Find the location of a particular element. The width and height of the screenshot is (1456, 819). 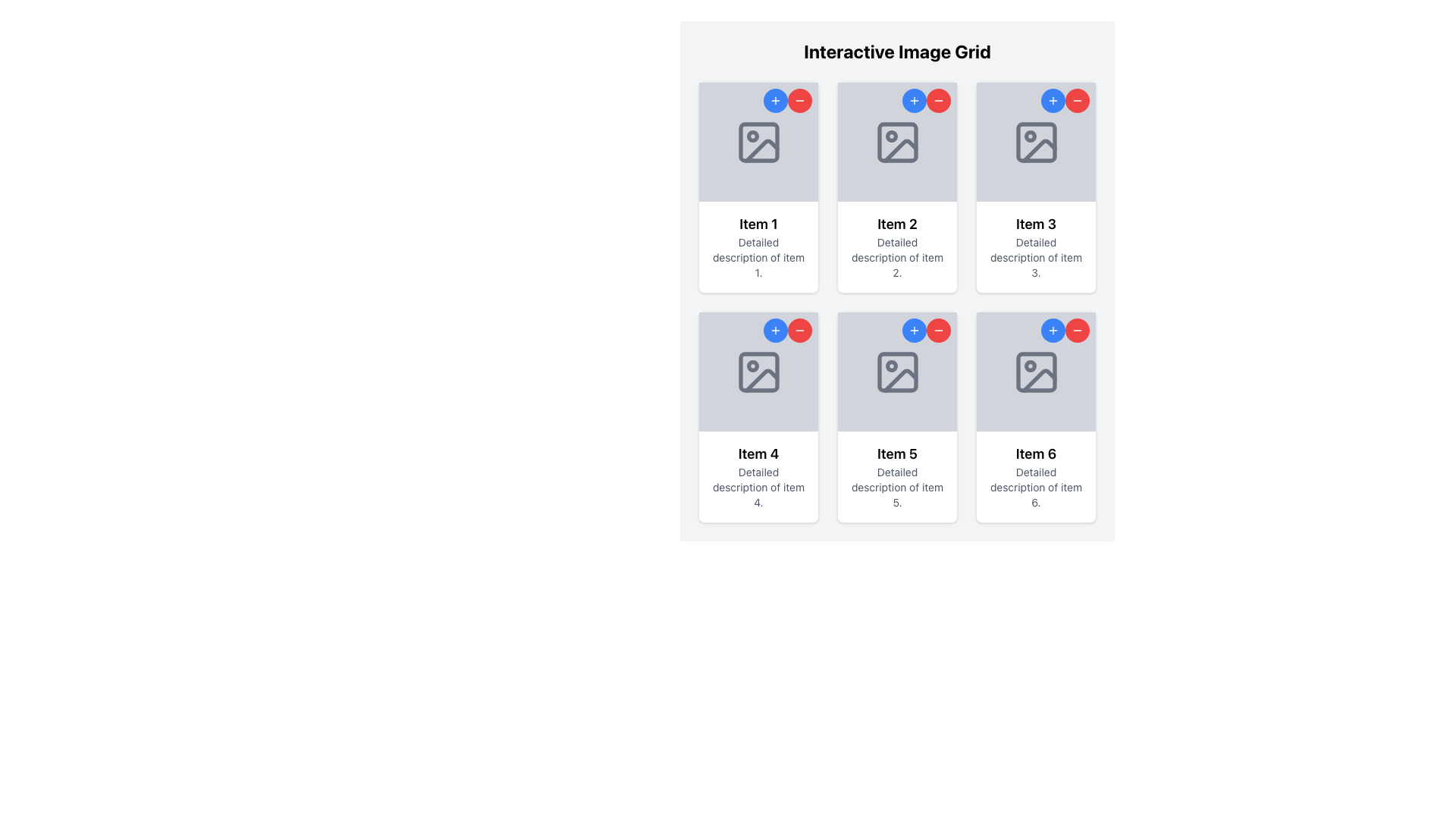

the circular red button with a white minus sign icon, located at the top-right corner of the first item in the grid layout, to decrement is located at coordinates (799, 100).